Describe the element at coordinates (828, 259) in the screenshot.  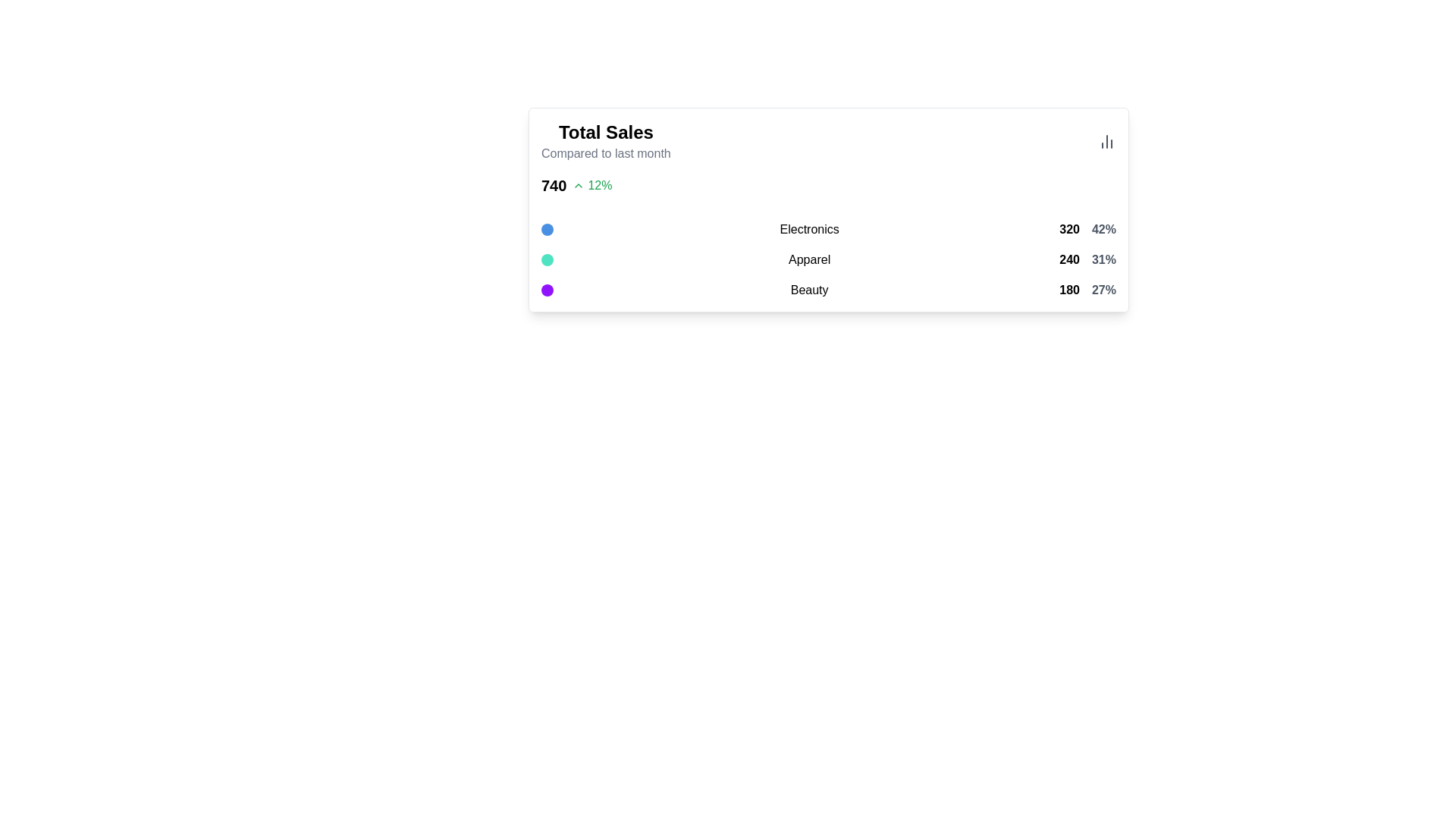
I see `the displayed data in the textual data display with graphical cues located below the 'Total Sales' header` at that location.